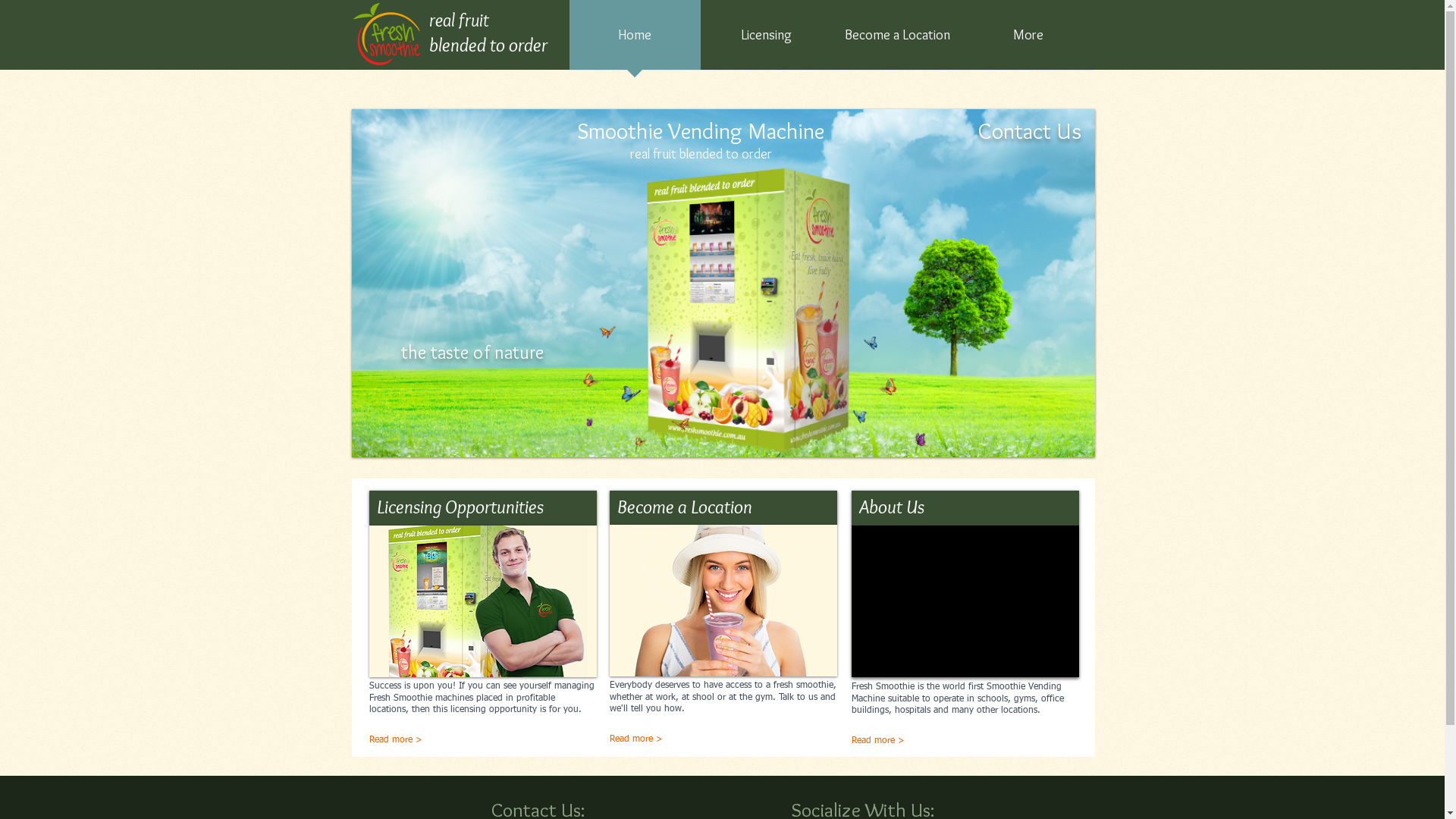 The image size is (1456, 819). I want to click on 'External YouTube', so click(964, 601).